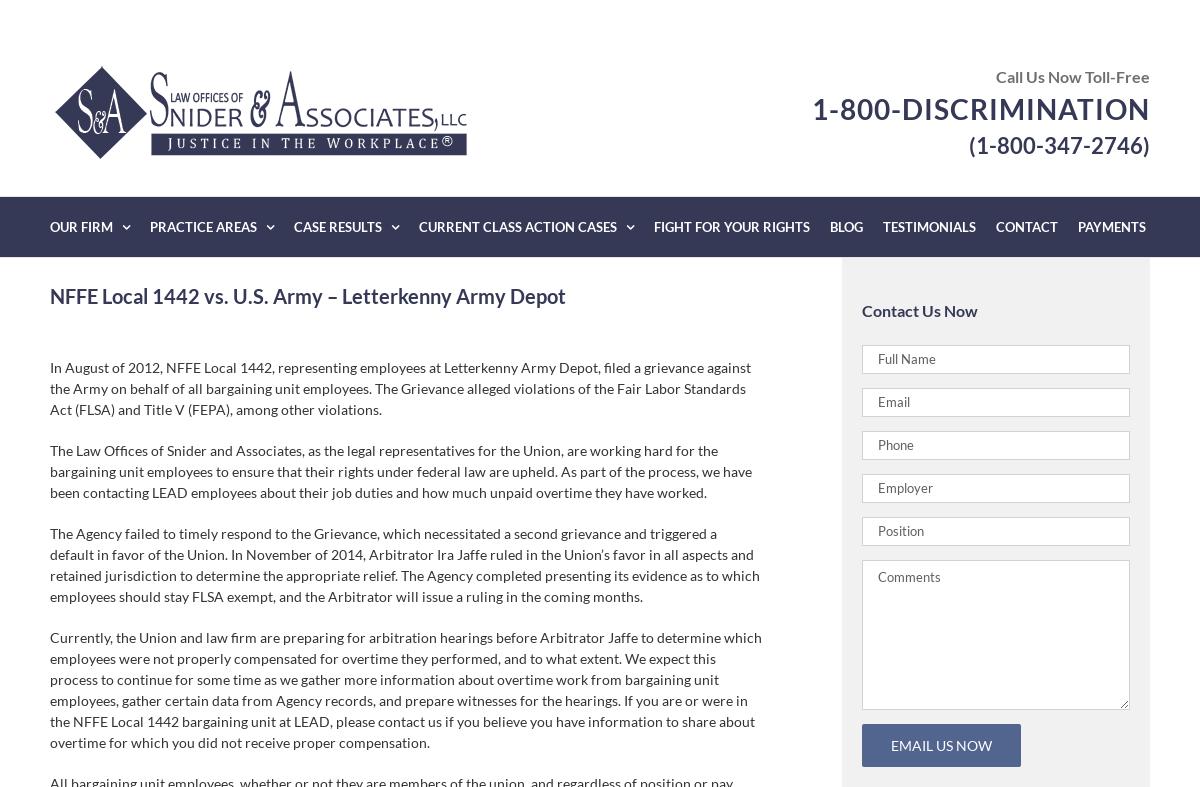 The height and width of the screenshot is (787, 1200). What do you see at coordinates (400, 387) in the screenshot?
I see `'In August of 2012, NFFE Local 1442, representing employees at Letterkenny Army Depot, filed a grievance against the Army on behalf of all bargaining unit employees. The Grievance alleged violations of the Fair Labor Standards Act (FLSA) and Title V (FEPA), among other violations.'` at bounding box center [400, 387].